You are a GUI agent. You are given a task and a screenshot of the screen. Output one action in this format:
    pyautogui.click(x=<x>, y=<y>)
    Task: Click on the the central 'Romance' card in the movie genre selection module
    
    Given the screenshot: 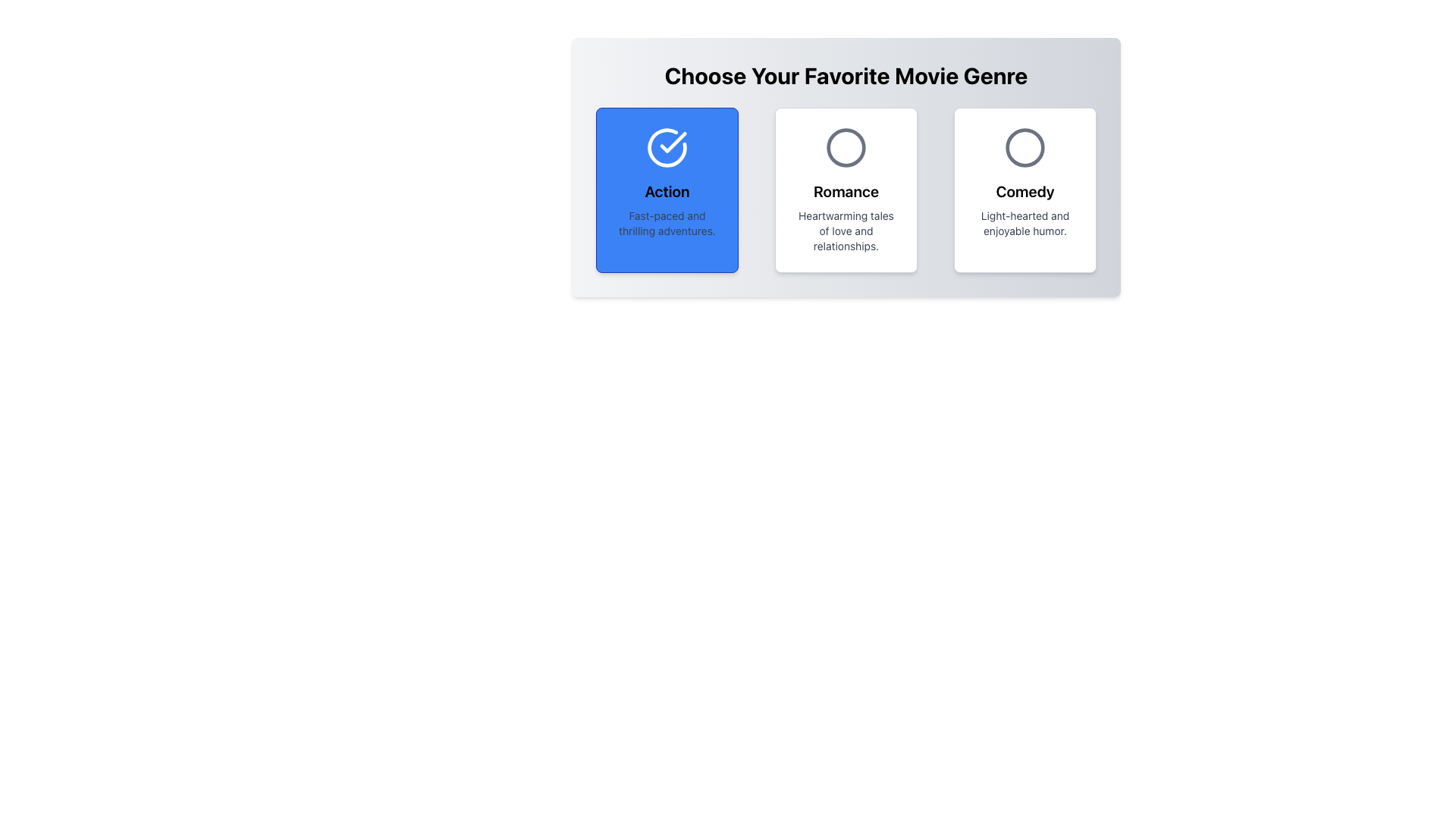 What is the action you would take?
    pyautogui.click(x=846, y=167)
    